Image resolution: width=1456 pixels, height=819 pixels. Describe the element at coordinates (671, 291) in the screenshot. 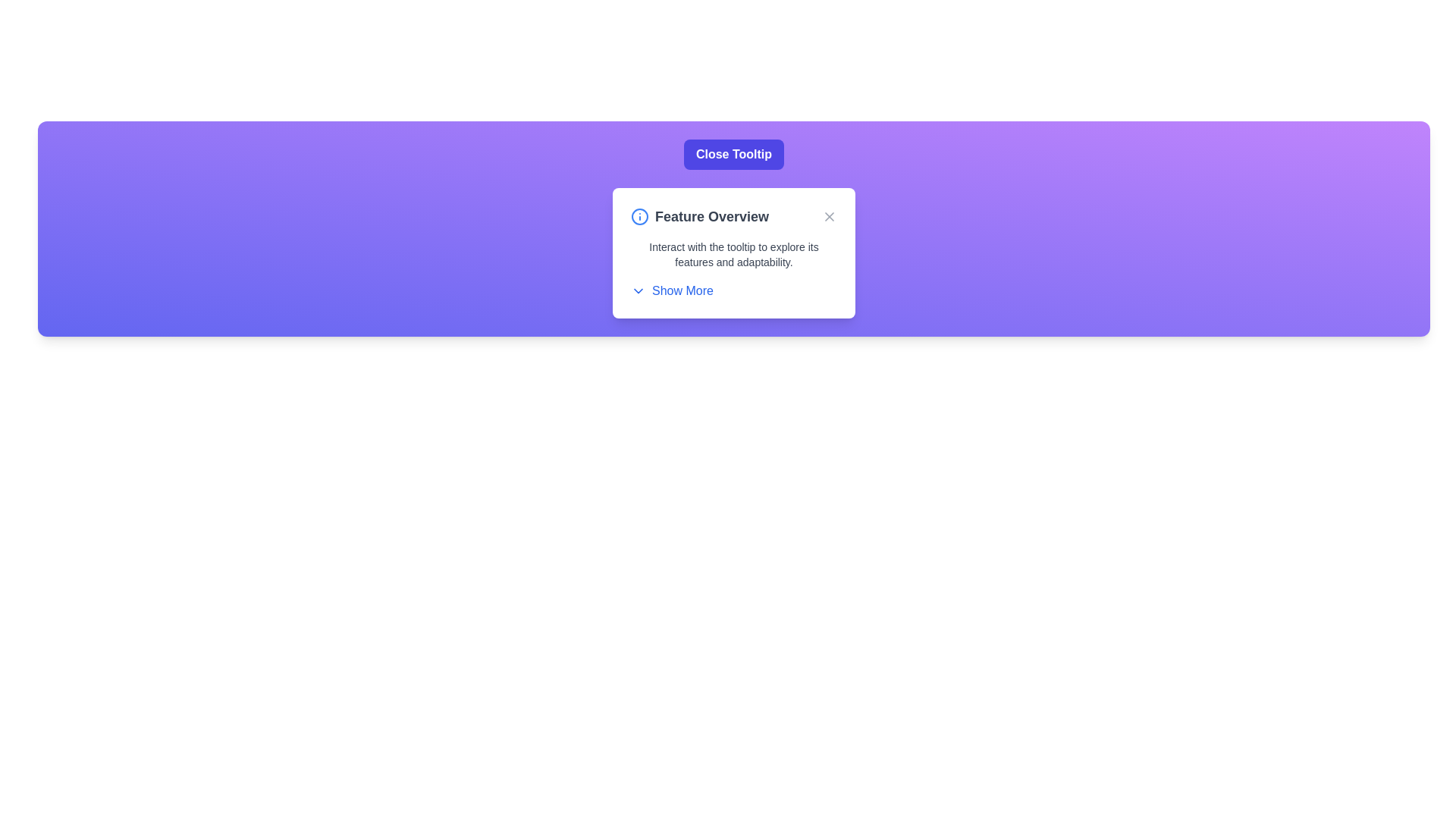

I see `the blue text link 'Show More' located at the bottom of the 'Feature Overview' modal` at that location.